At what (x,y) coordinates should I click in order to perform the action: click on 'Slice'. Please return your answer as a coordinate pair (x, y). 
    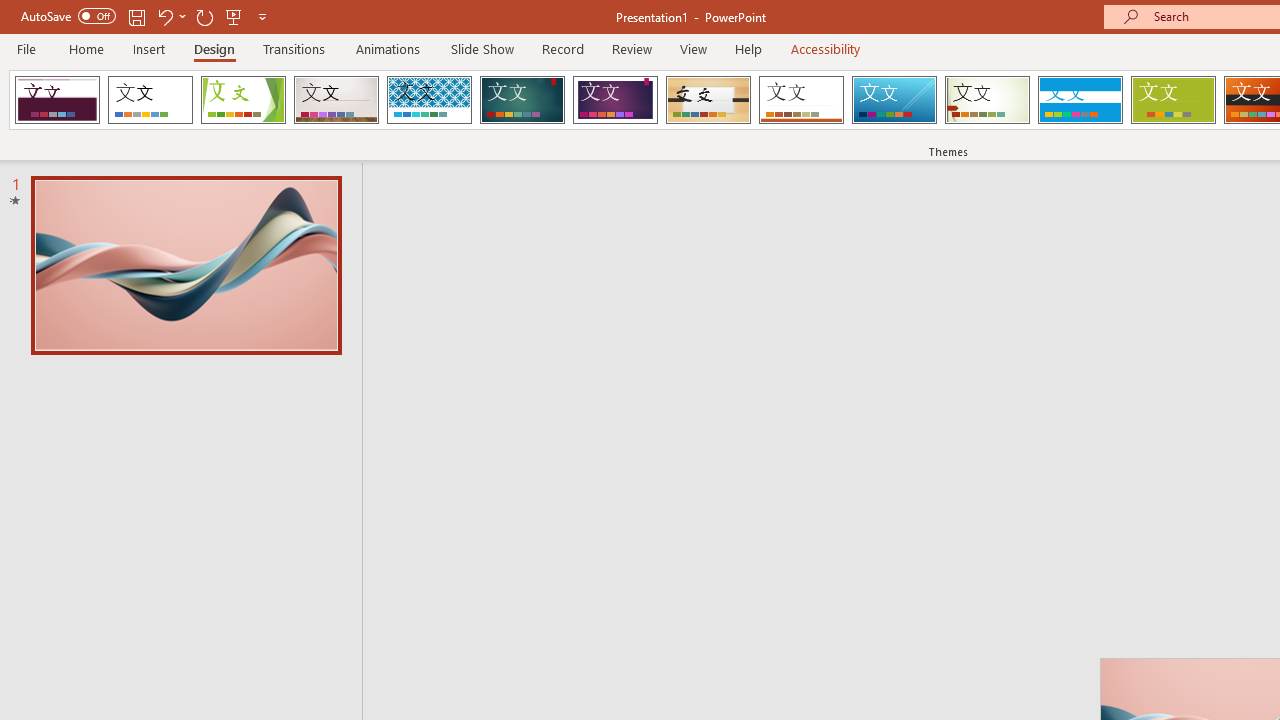
    Looking at the image, I should click on (893, 100).